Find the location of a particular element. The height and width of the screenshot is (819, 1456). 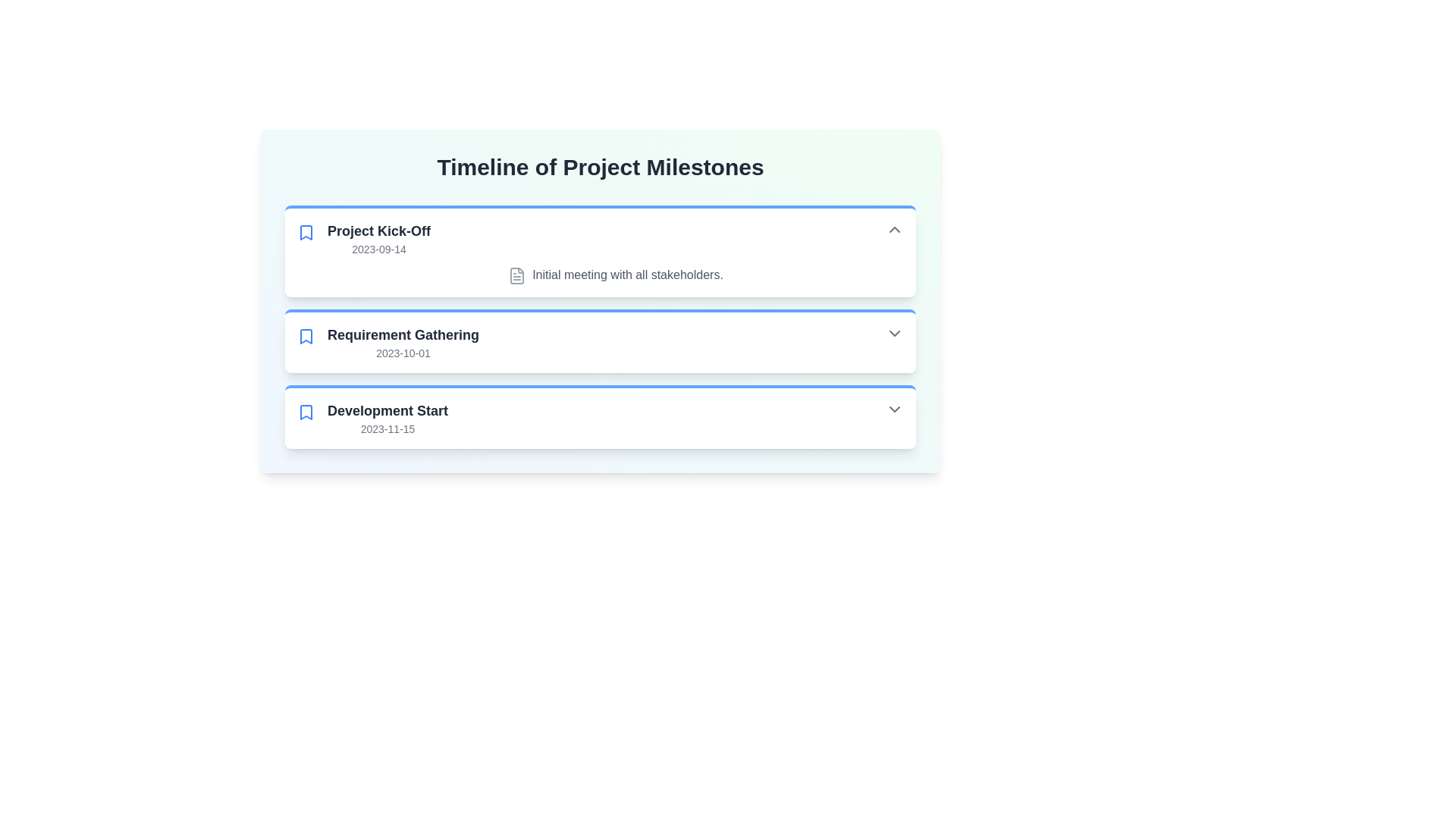

title and date displayed in the text label of the first milestone card located at the left region of the card is located at coordinates (378, 239).